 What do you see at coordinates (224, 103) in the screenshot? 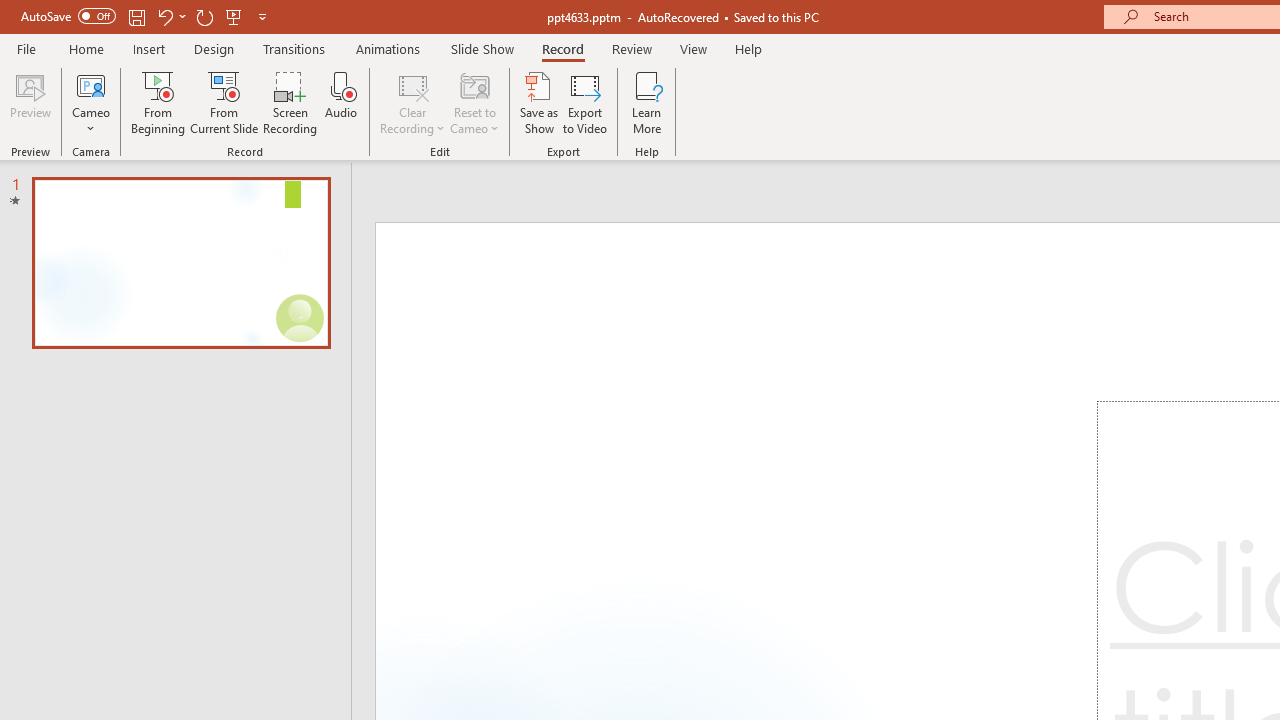
I see `'From Current Slide...'` at bounding box center [224, 103].